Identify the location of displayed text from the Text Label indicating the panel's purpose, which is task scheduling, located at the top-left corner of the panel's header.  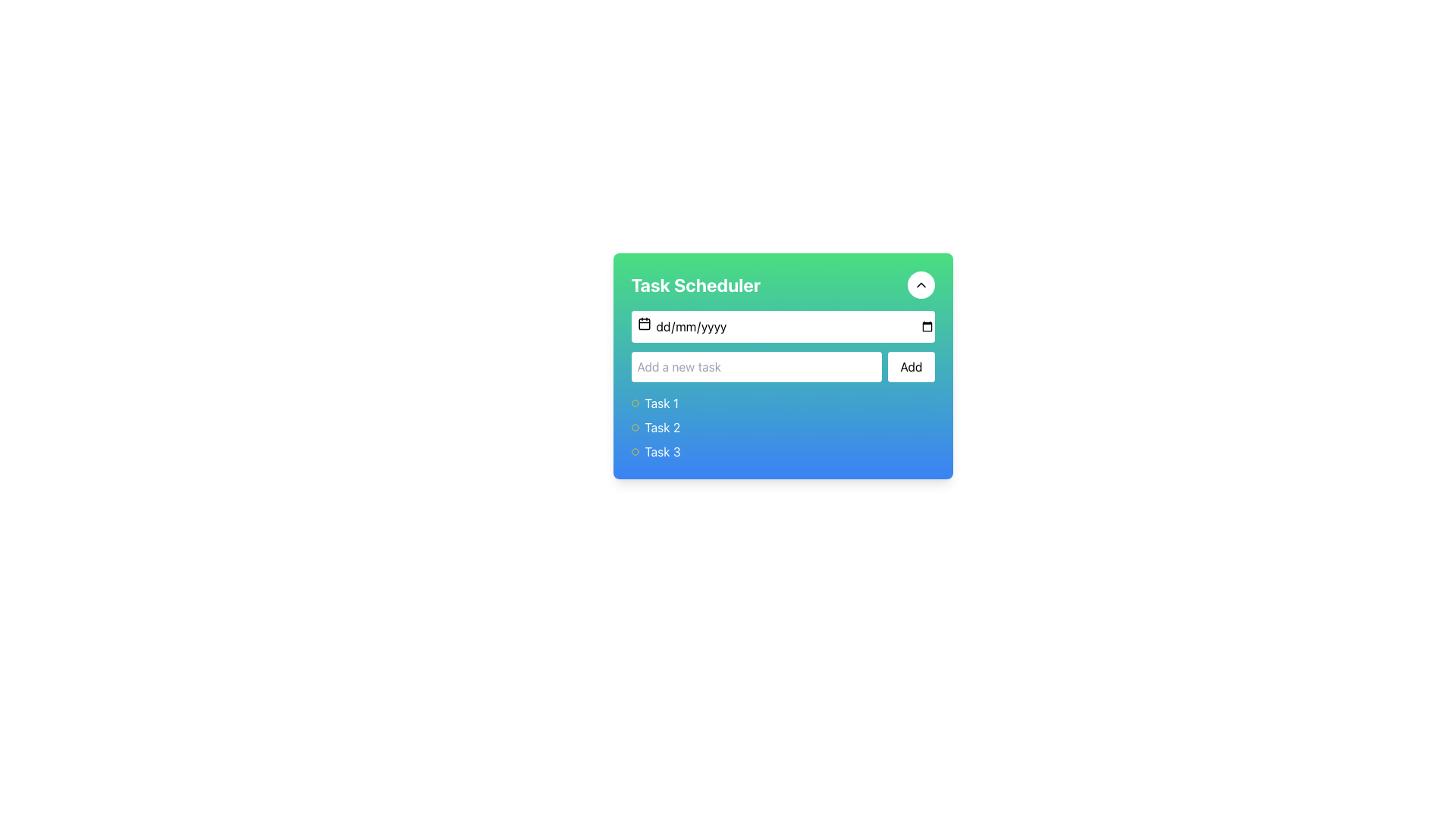
(695, 284).